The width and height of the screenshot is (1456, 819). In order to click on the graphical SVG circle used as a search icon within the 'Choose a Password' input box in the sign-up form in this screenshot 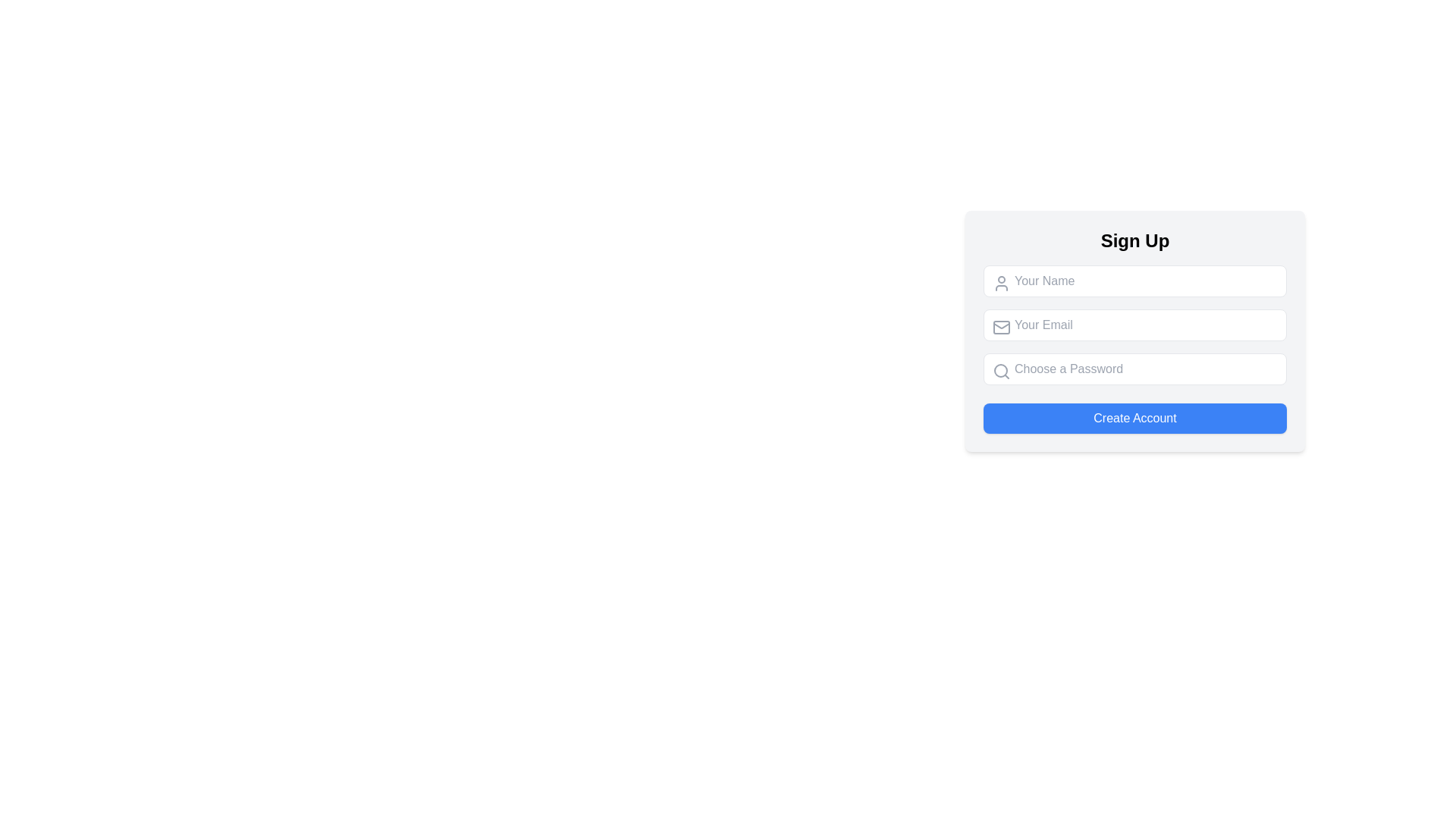, I will do `click(1001, 371)`.